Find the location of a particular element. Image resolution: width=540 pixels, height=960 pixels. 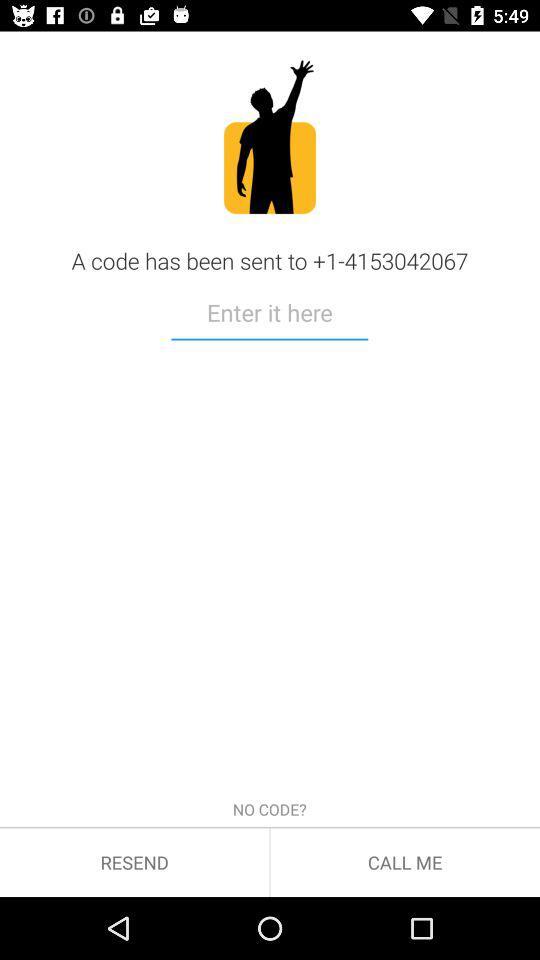

resend is located at coordinates (134, 861).